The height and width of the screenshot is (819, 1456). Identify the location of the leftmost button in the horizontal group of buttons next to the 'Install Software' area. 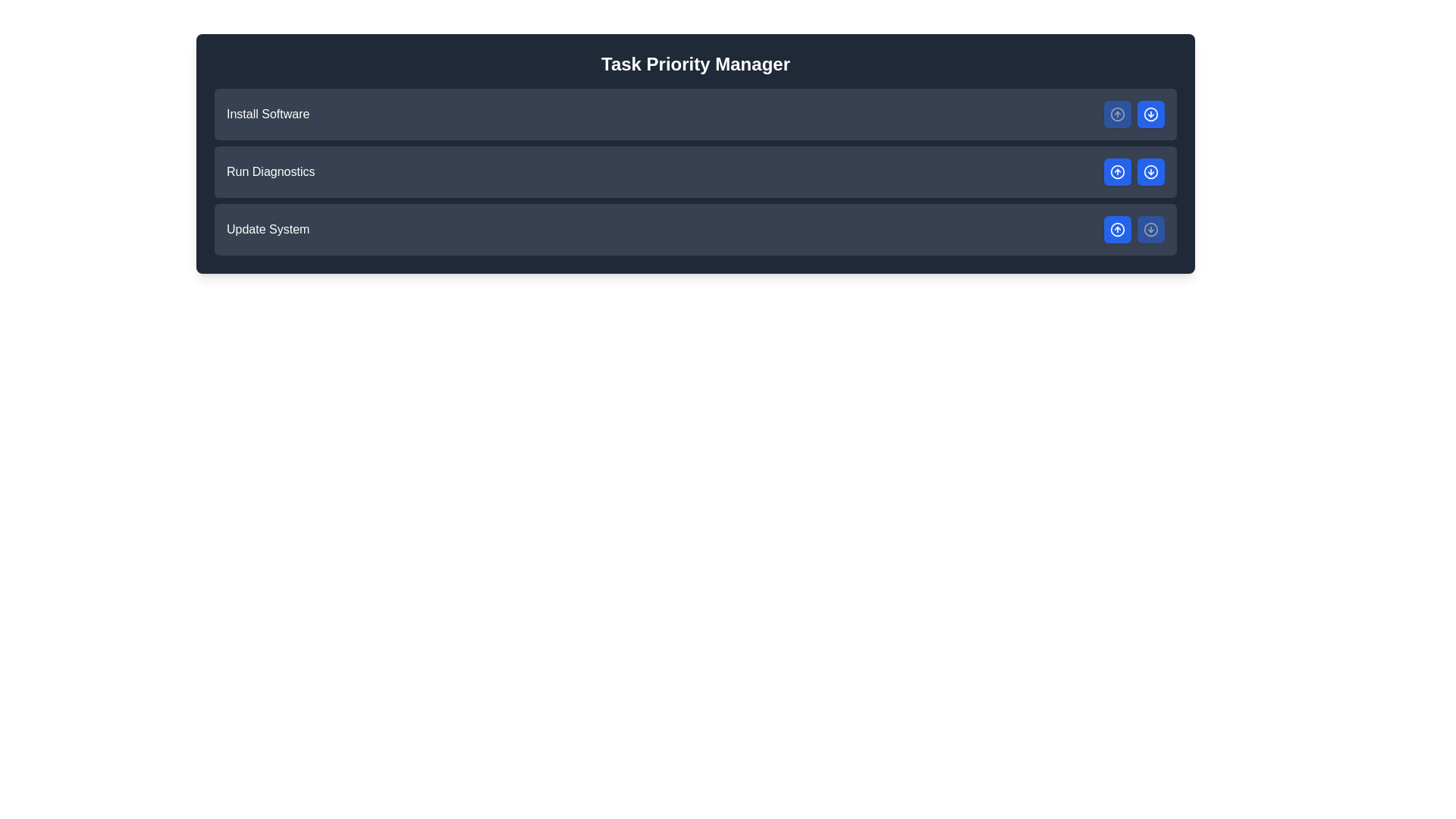
(1117, 113).